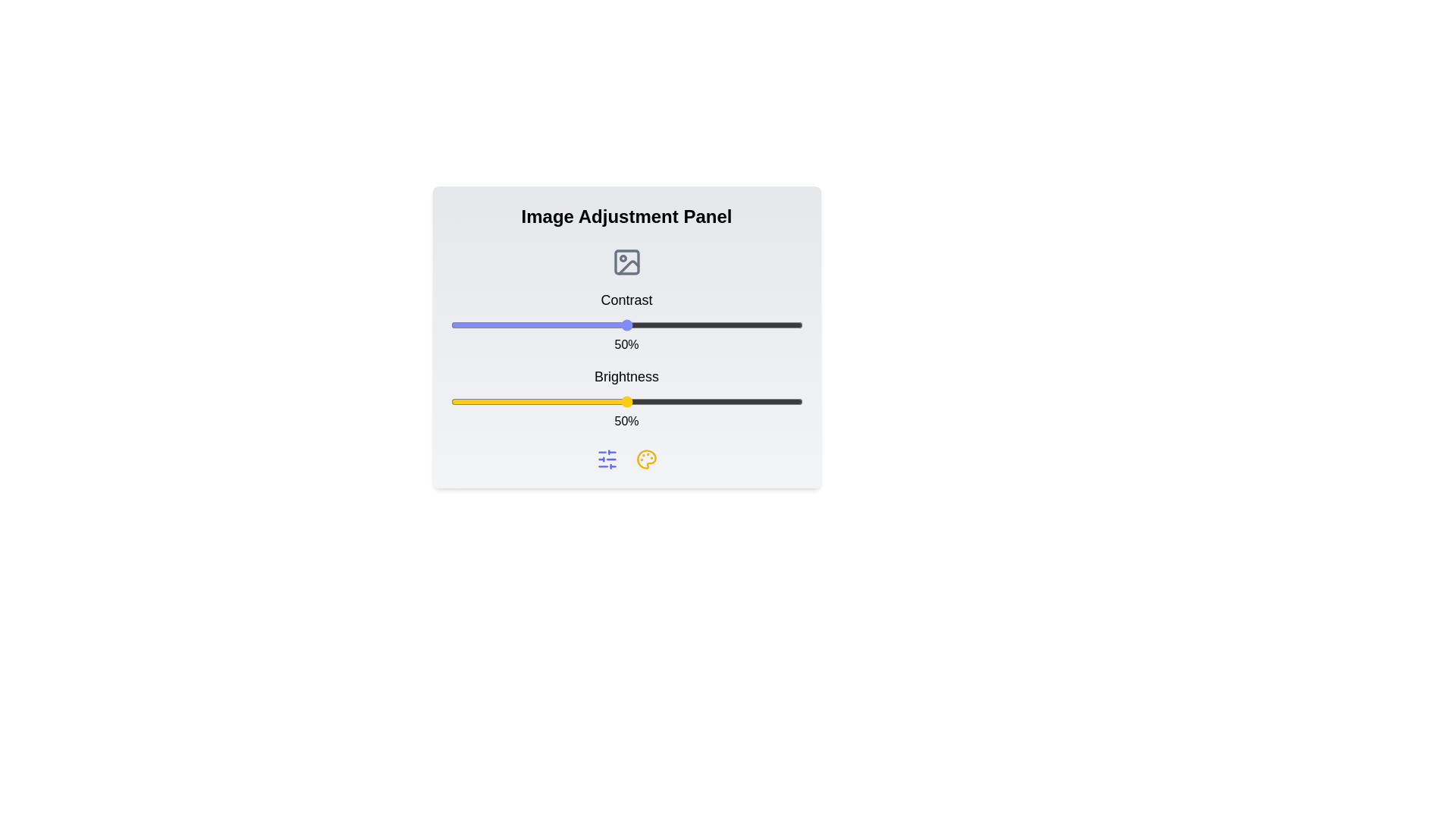 Image resolution: width=1456 pixels, height=819 pixels. I want to click on the palette icon, so click(646, 458).